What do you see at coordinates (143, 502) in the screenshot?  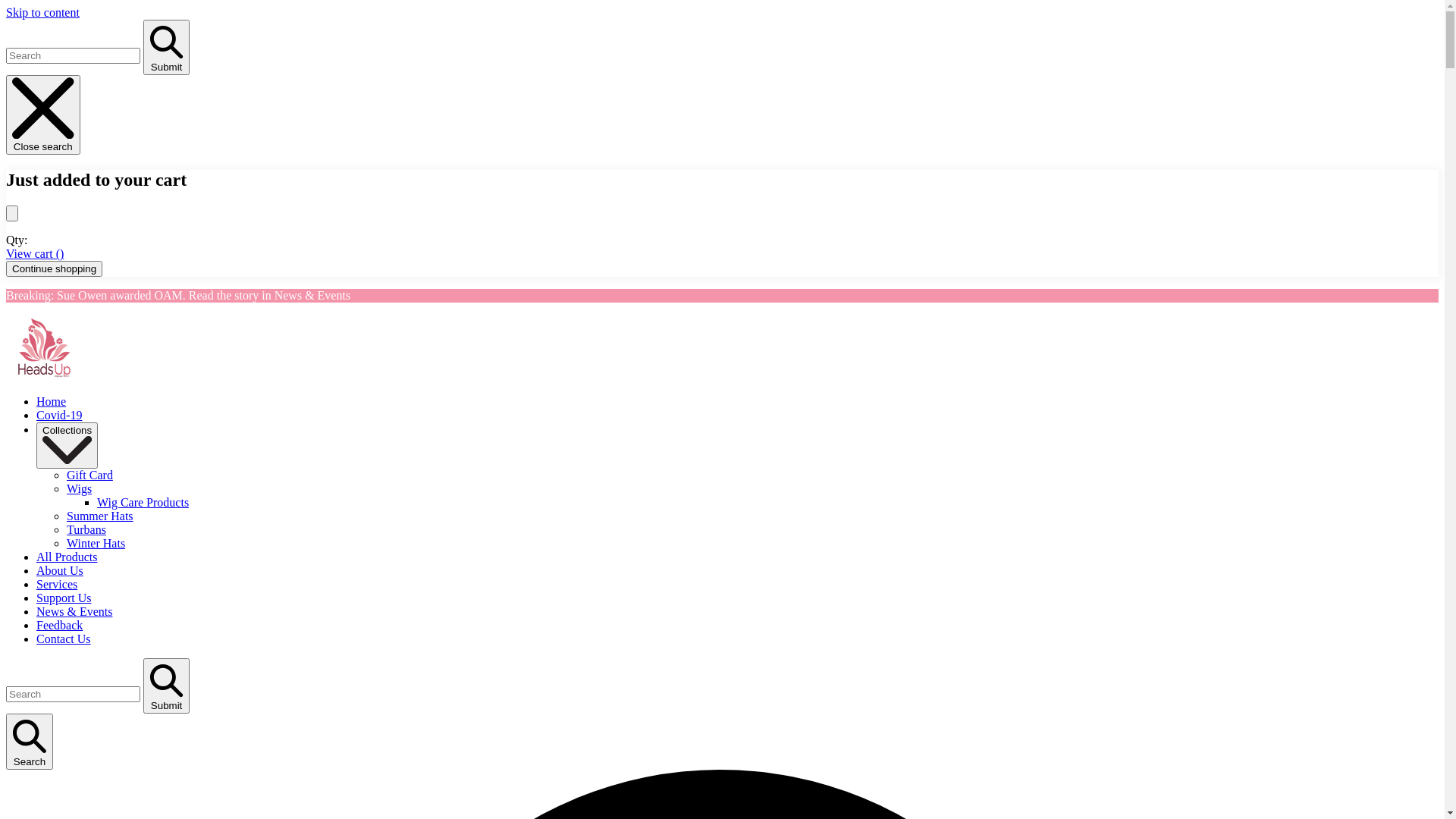 I see `'Wig Care Products'` at bounding box center [143, 502].